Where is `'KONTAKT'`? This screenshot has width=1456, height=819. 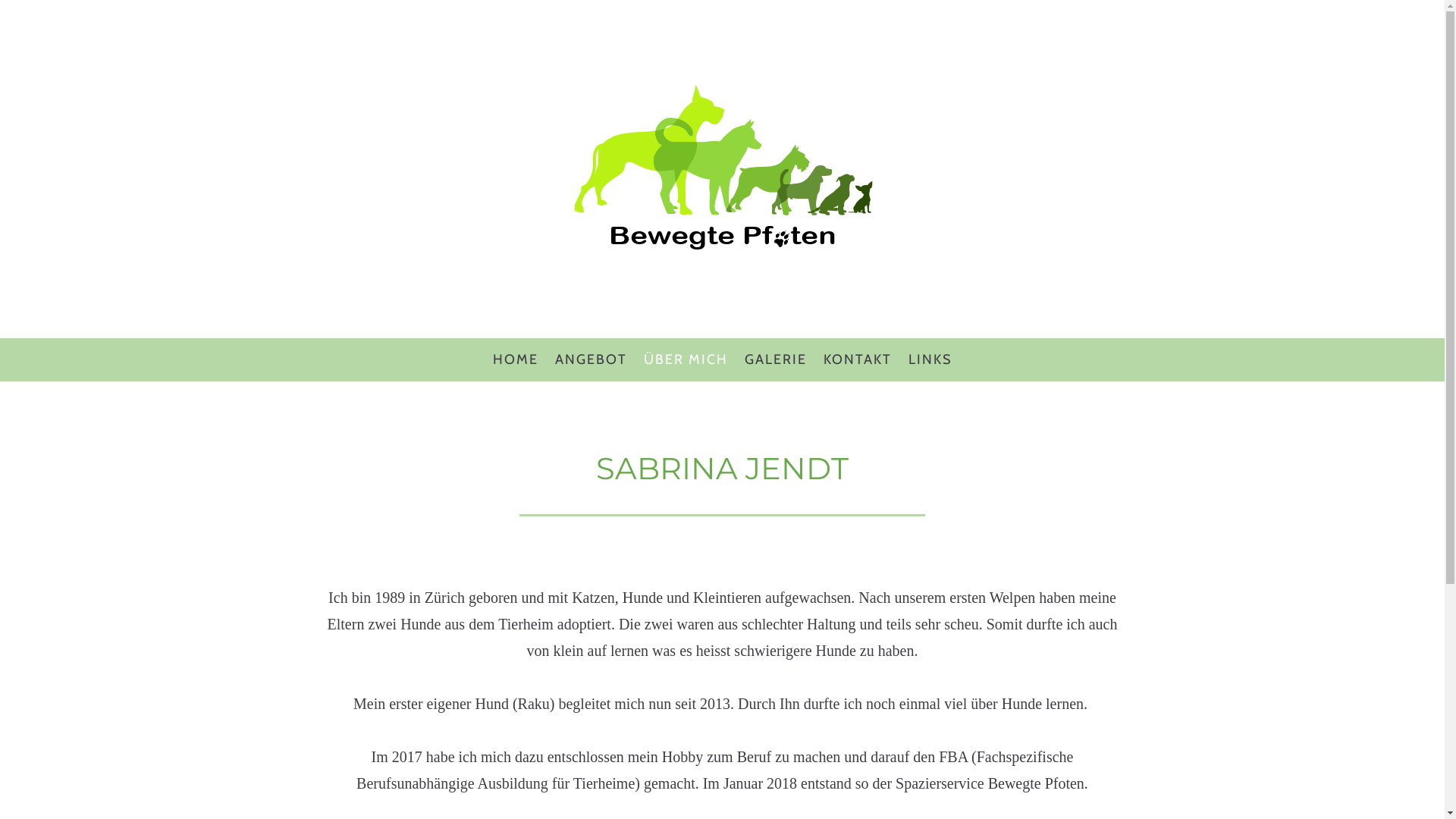 'KONTAKT' is located at coordinates (856, 359).